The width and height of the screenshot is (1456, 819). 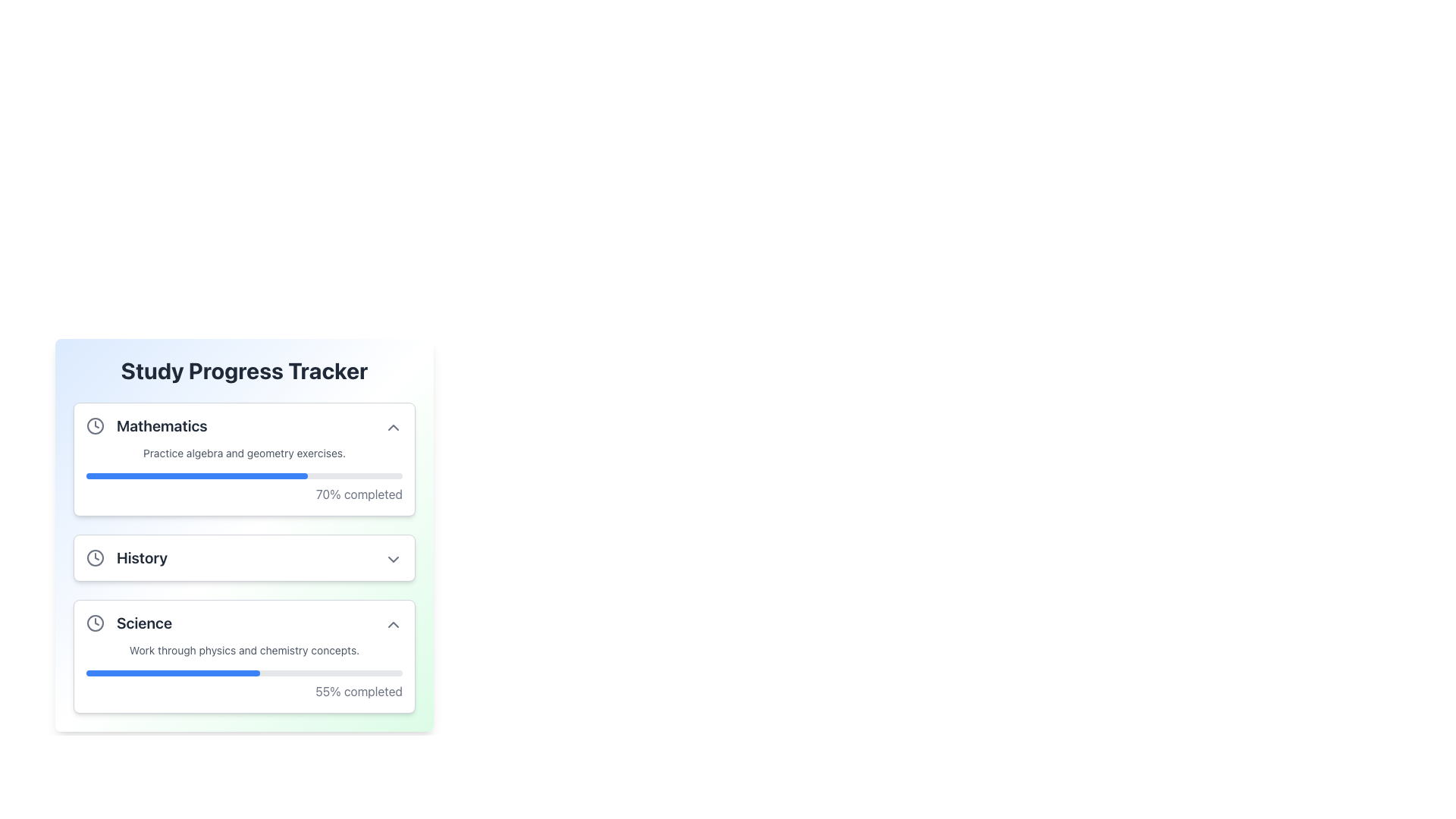 What do you see at coordinates (94, 426) in the screenshot?
I see `the clock icon associated with the 'Mathematics' section in the Study Progress Tracker card for accessibility navigation` at bounding box center [94, 426].